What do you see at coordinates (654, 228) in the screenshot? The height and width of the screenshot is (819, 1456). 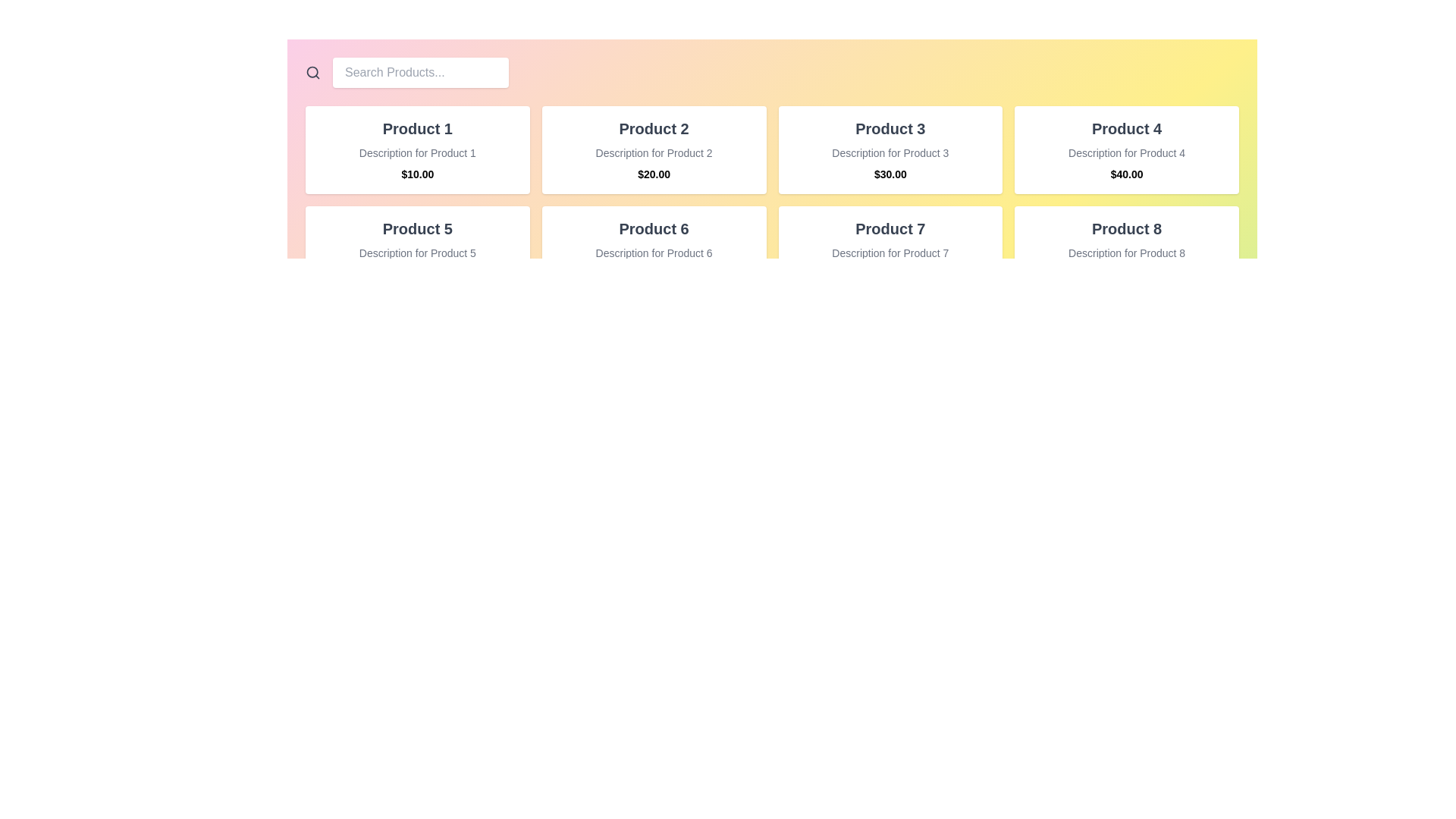 I see `the text label displaying 'Product 6', which is styled in bold dark gray on a white card background, located in the second row, second column of a grid layout` at bounding box center [654, 228].